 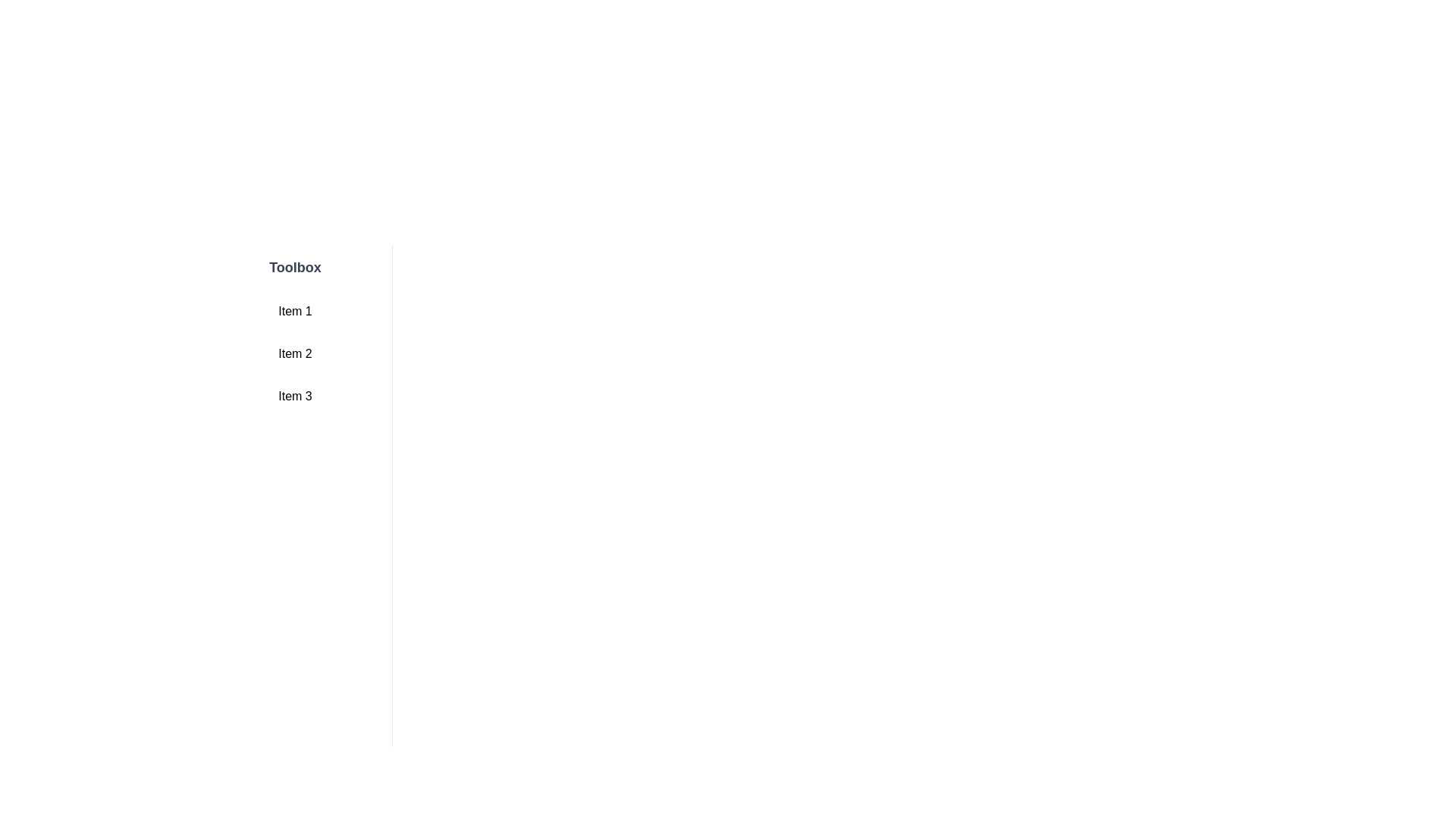 I want to click on text displayed in the 'Item 1' text label, which is the first item in the list below the 'Toolbox' title, so click(x=295, y=311).